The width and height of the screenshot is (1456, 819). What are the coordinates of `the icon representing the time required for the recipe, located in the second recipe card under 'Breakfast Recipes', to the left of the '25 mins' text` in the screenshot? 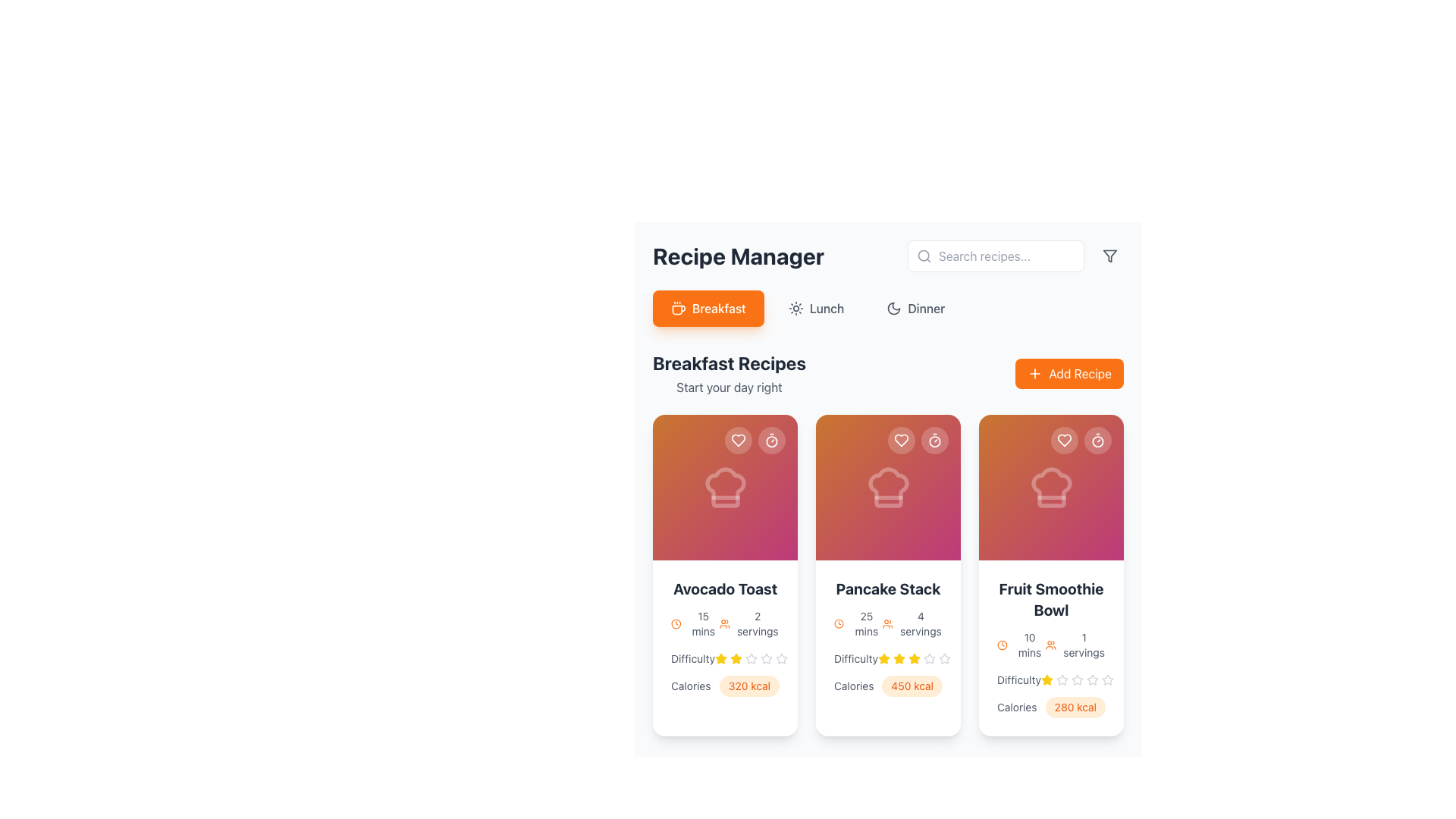 It's located at (838, 623).